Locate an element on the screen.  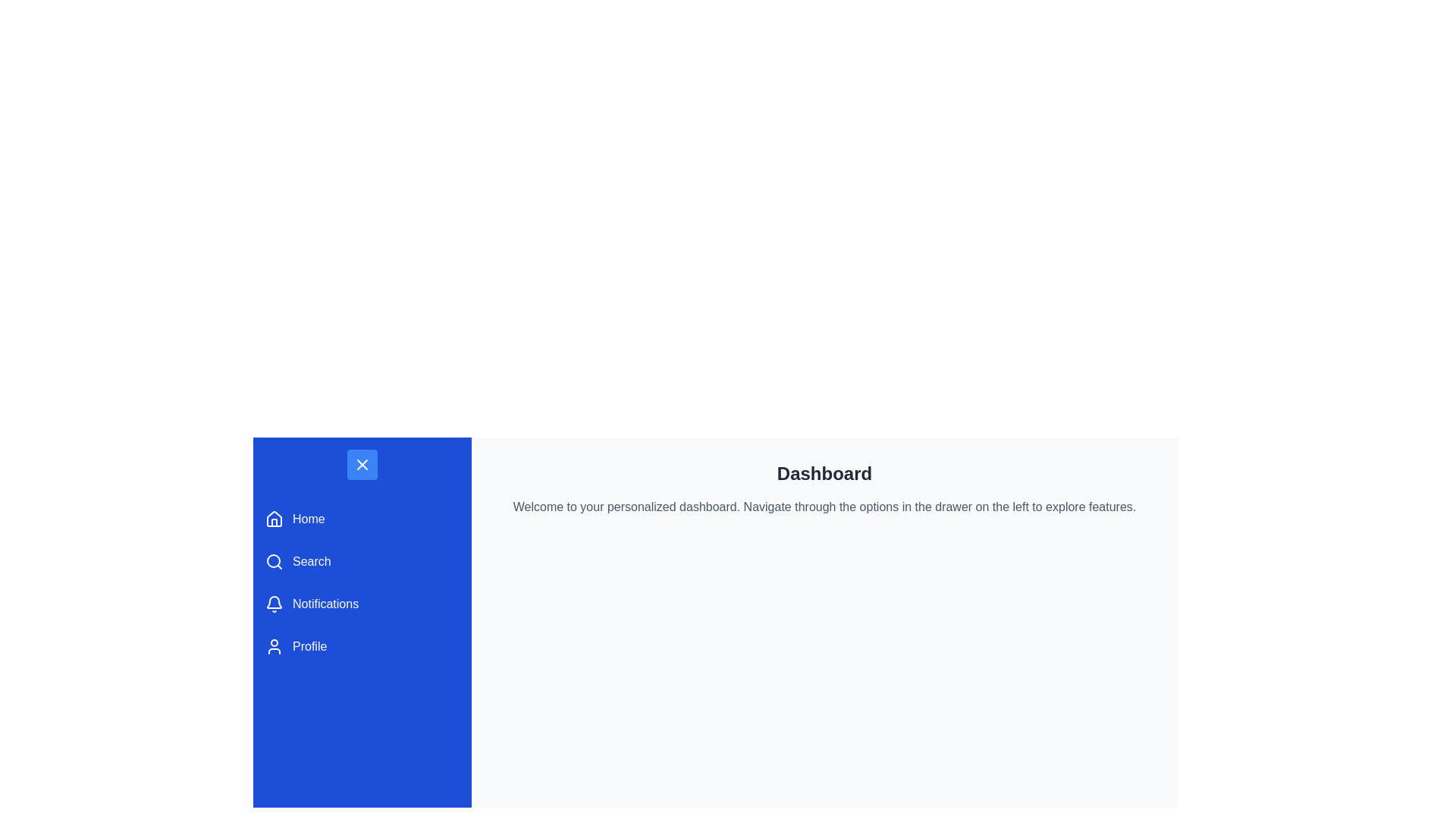
the welcome message and instructions text component located directly below the 'Dashboard' heading, which serves as an introductory guide for users is located at coordinates (824, 507).